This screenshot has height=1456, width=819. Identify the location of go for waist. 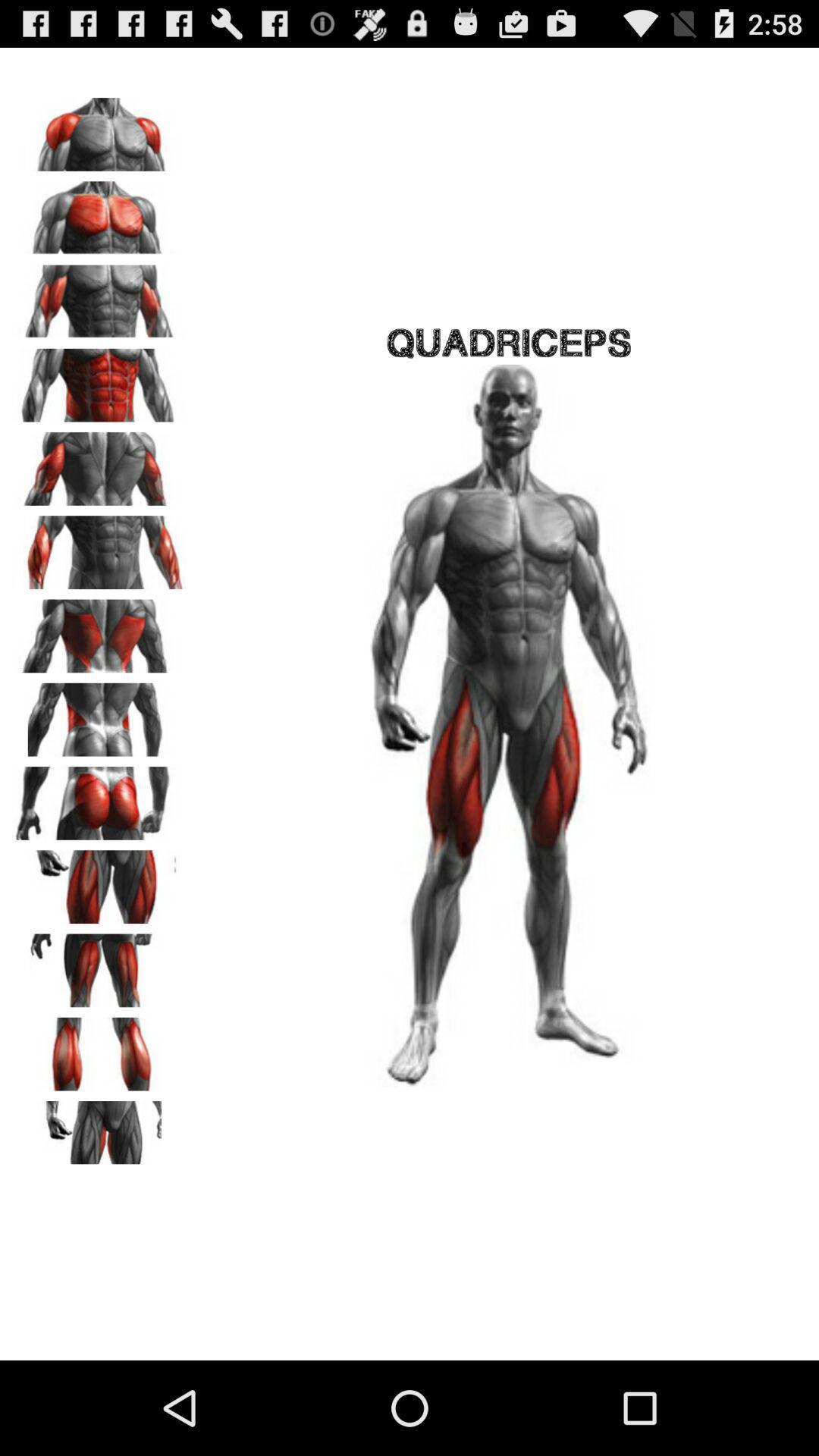
(99, 714).